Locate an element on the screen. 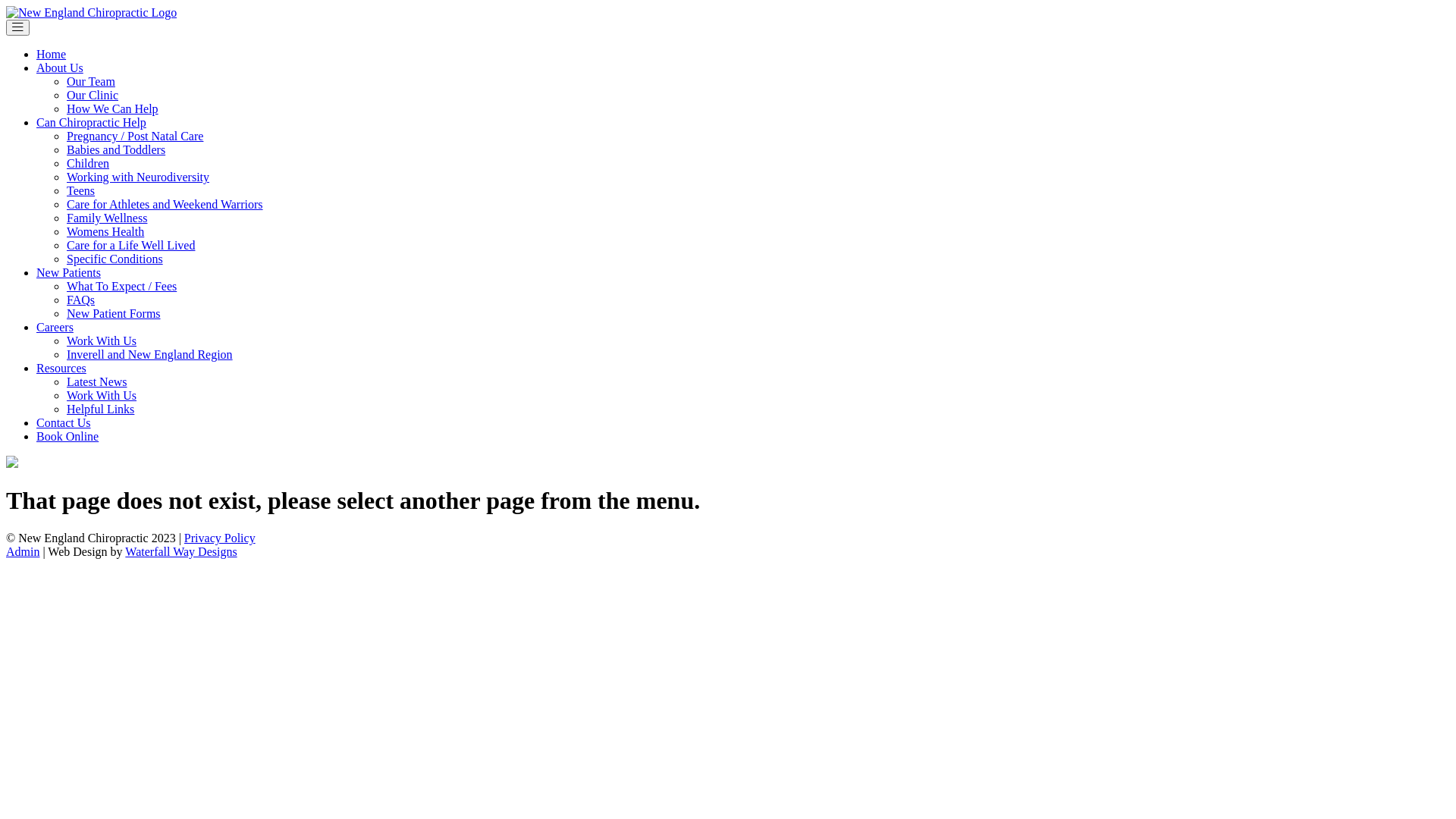 The image size is (1456, 819). 'Helpful Links' is located at coordinates (99, 408).